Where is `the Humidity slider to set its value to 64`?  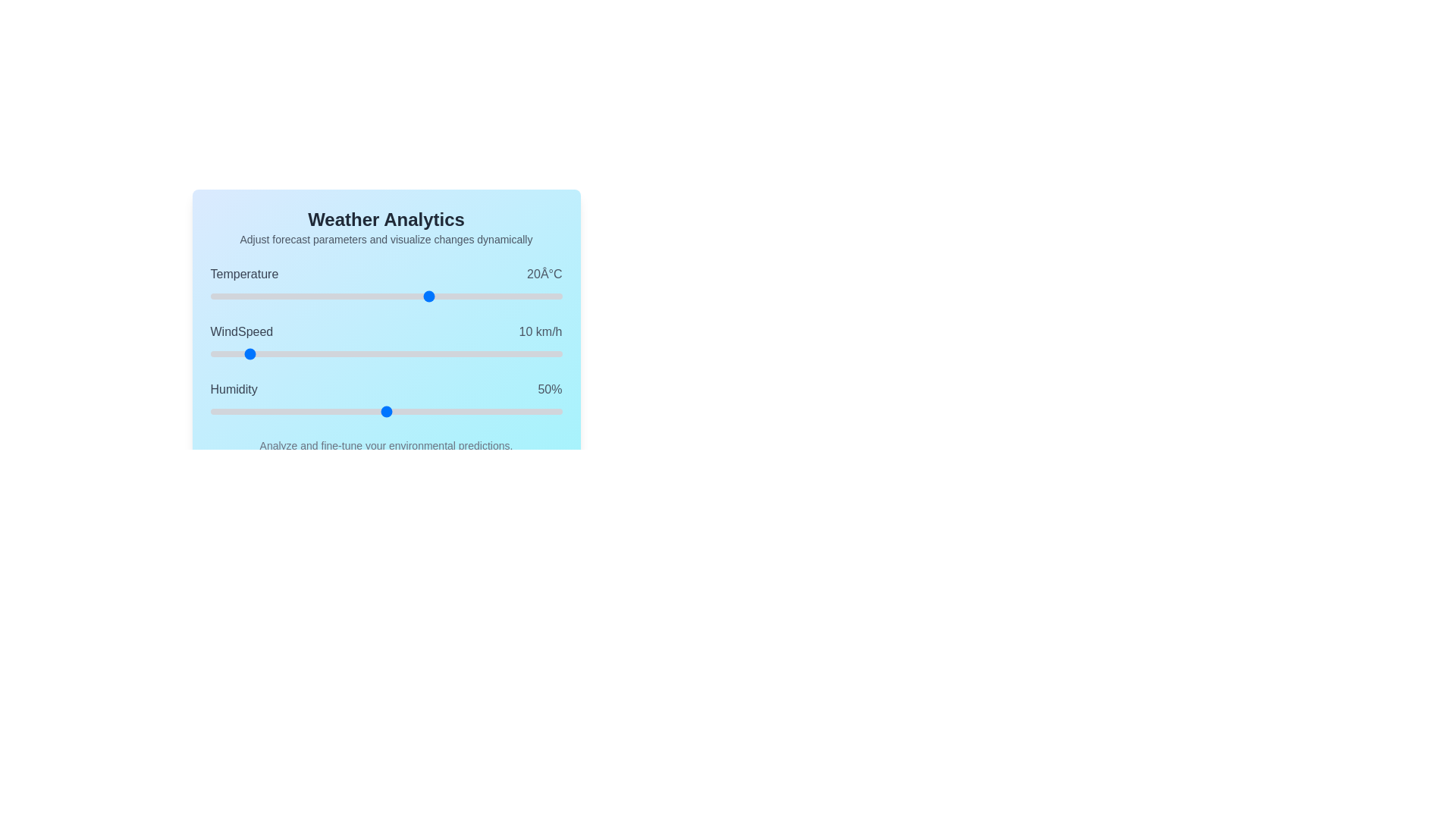 the Humidity slider to set its value to 64 is located at coordinates (435, 412).